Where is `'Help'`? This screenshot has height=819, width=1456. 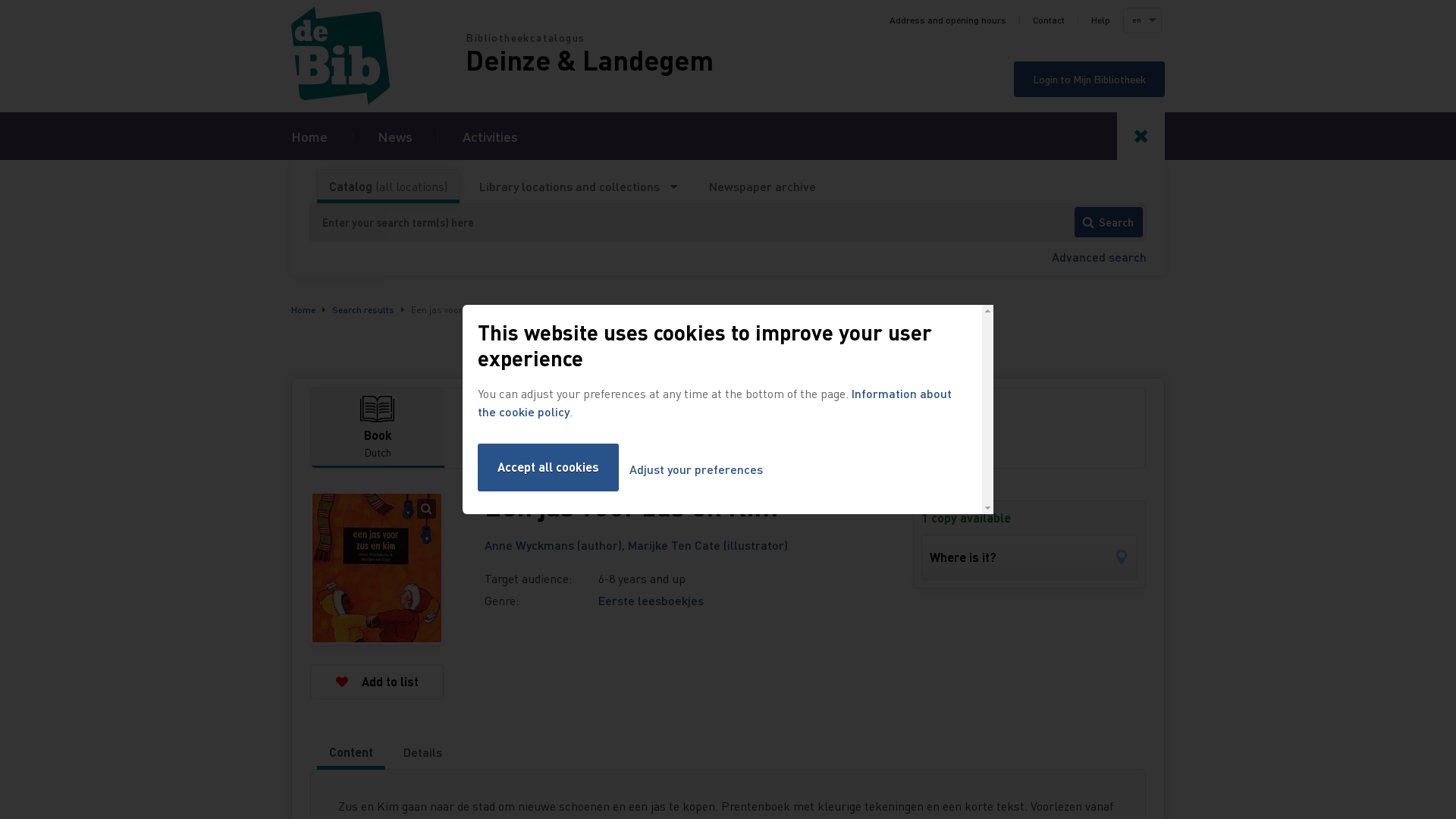 'Help' is located at coordinates (1100, 20).